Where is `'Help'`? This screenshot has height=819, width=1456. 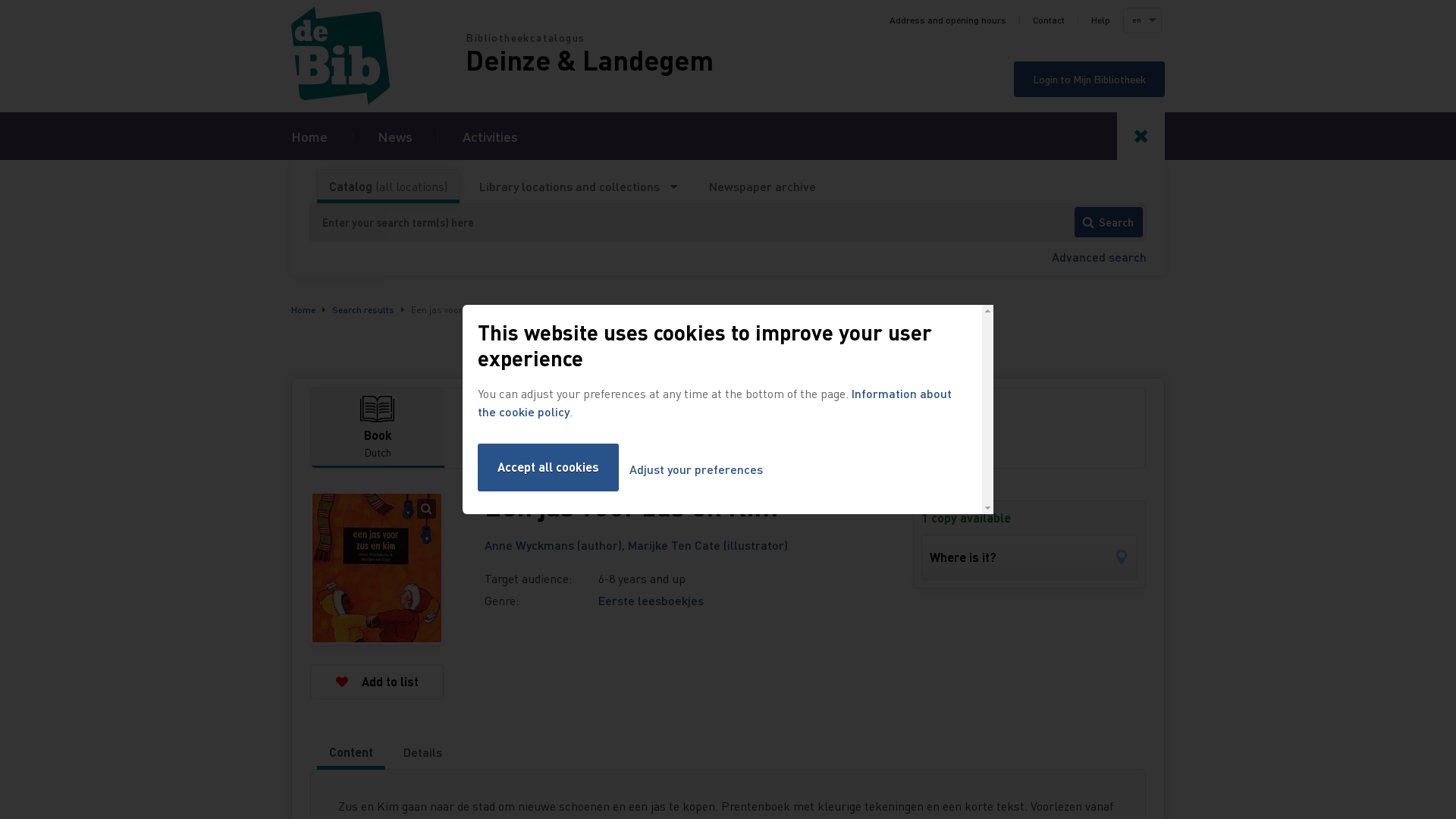 'Help' is located at coordinates (1100, 20).